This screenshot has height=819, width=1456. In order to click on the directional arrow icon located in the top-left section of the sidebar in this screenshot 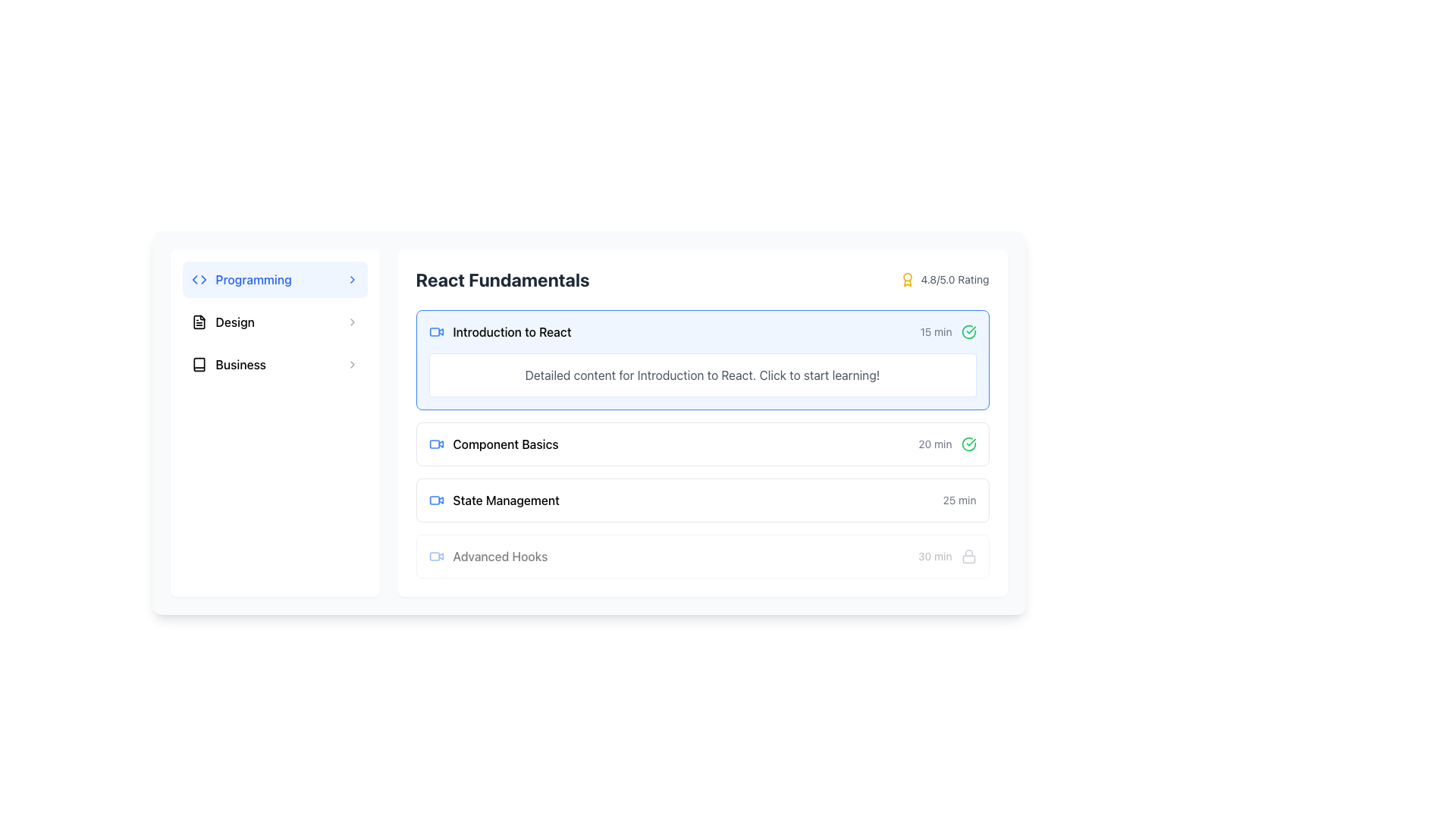, I will do `click(202, 280)`.